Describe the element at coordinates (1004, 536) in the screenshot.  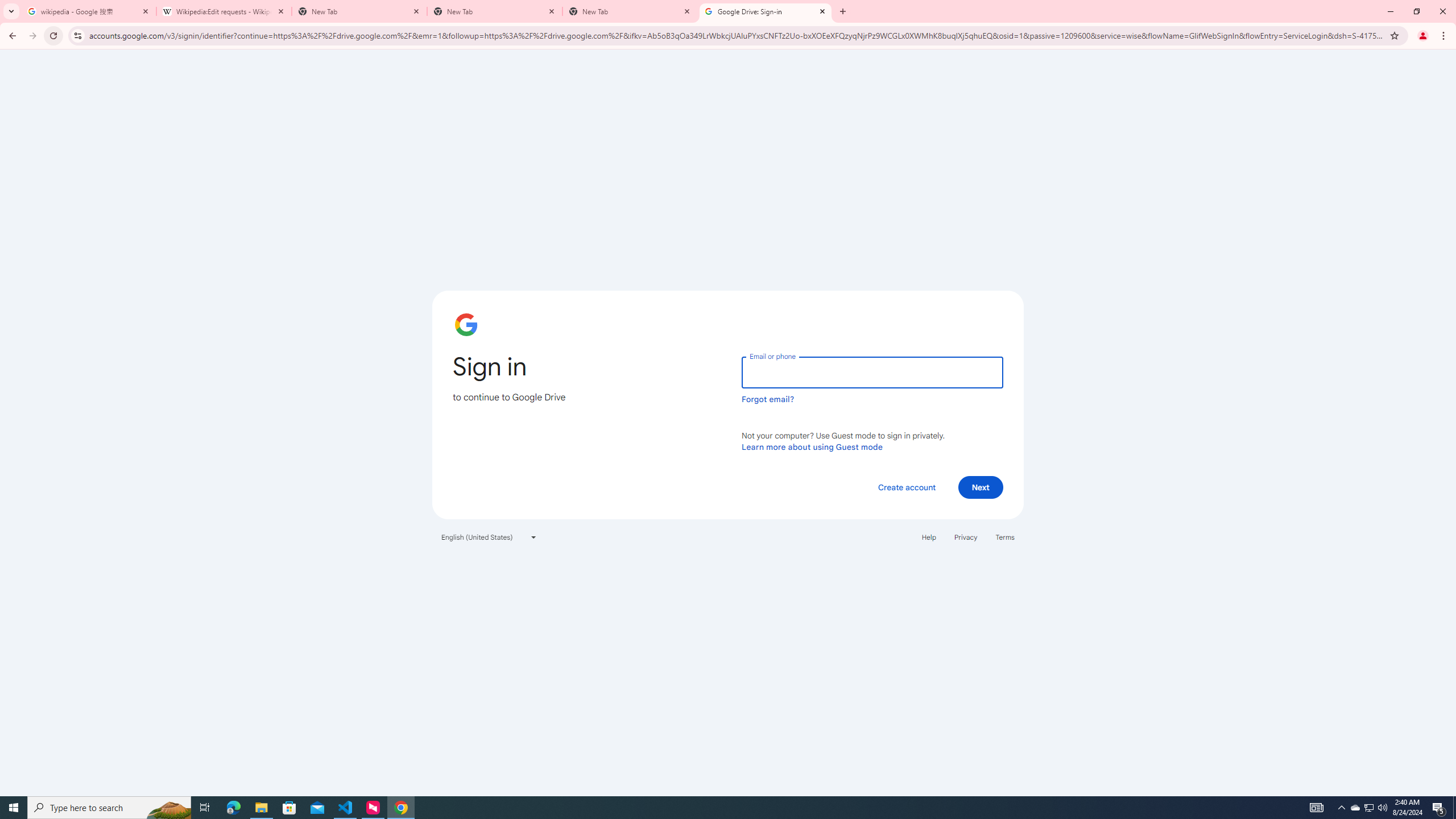
I see `'Terms'` at that location.